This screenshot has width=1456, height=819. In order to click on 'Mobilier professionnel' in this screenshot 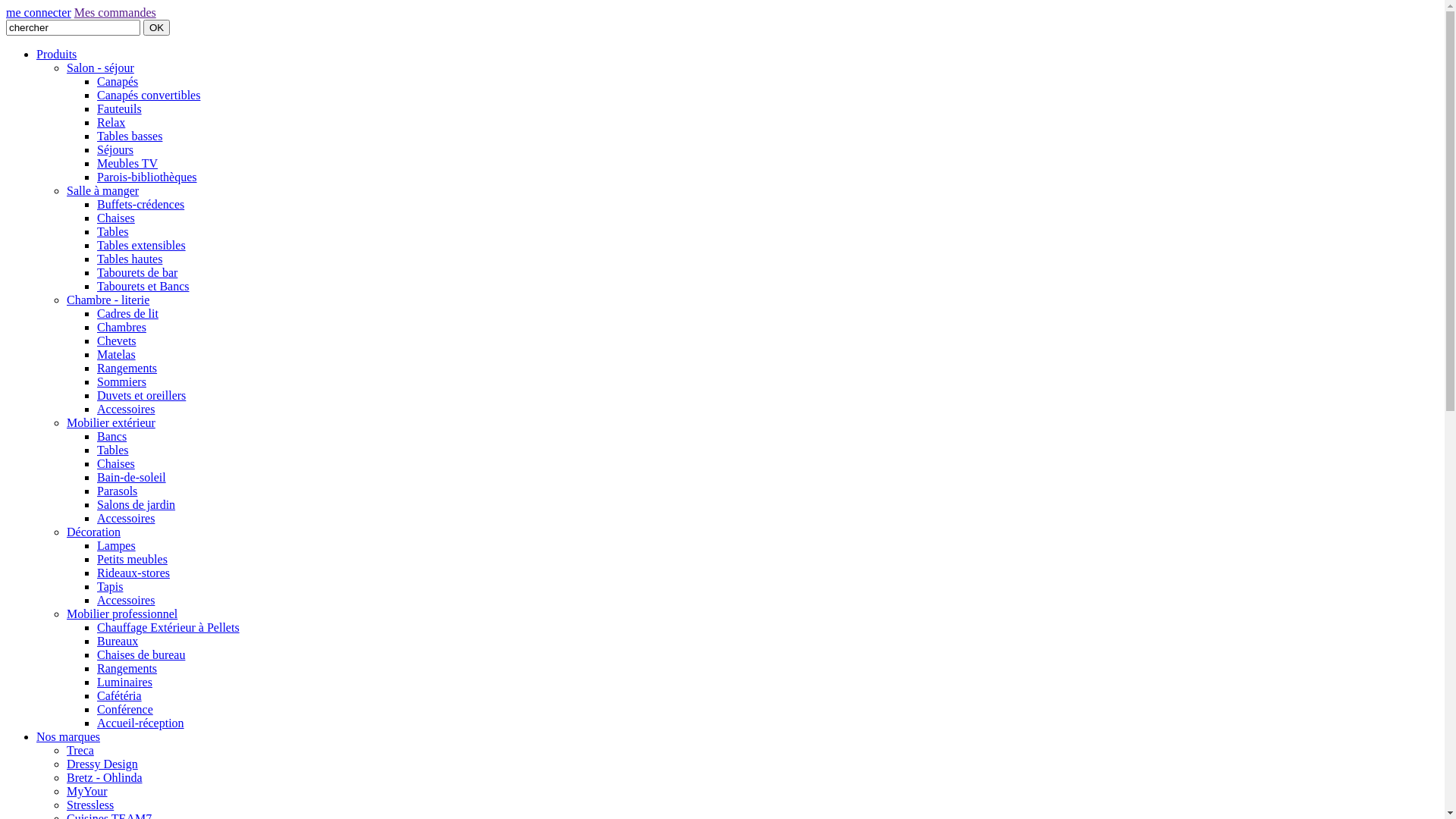, I will do `click(122, 613)`.